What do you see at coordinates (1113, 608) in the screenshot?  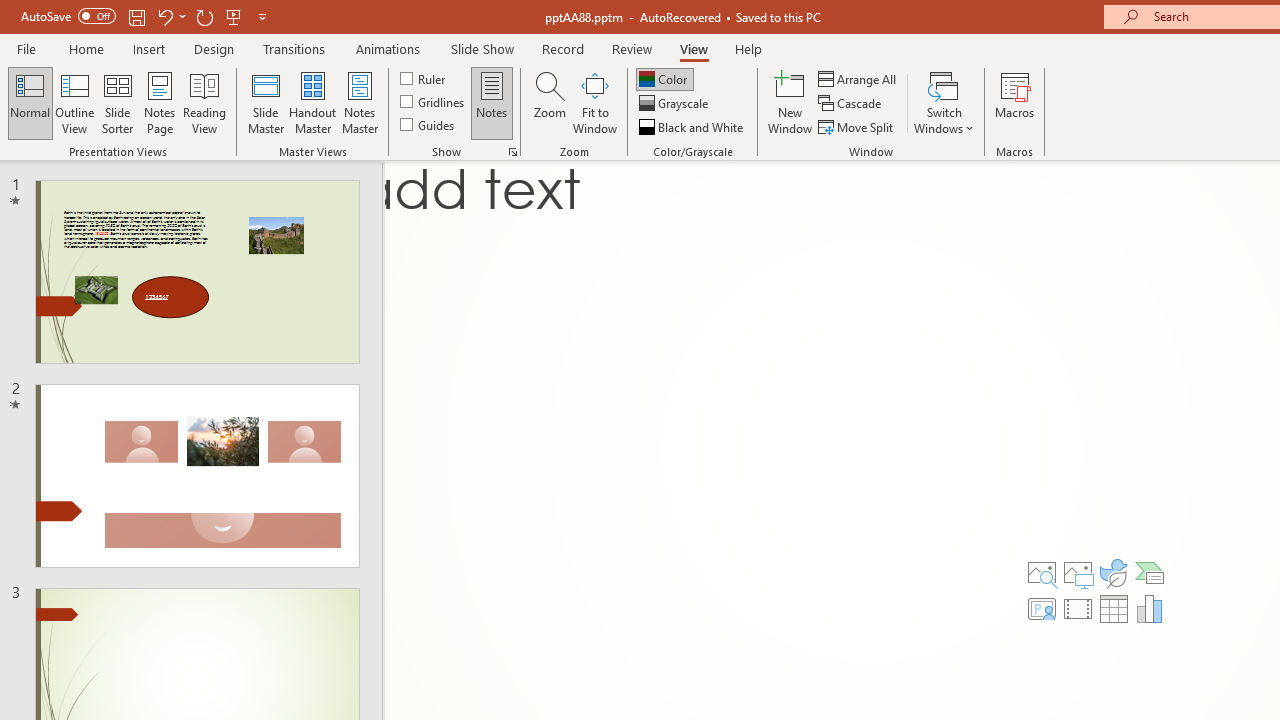 I see `'Insert Table'` at bounding box center [1113, 608].